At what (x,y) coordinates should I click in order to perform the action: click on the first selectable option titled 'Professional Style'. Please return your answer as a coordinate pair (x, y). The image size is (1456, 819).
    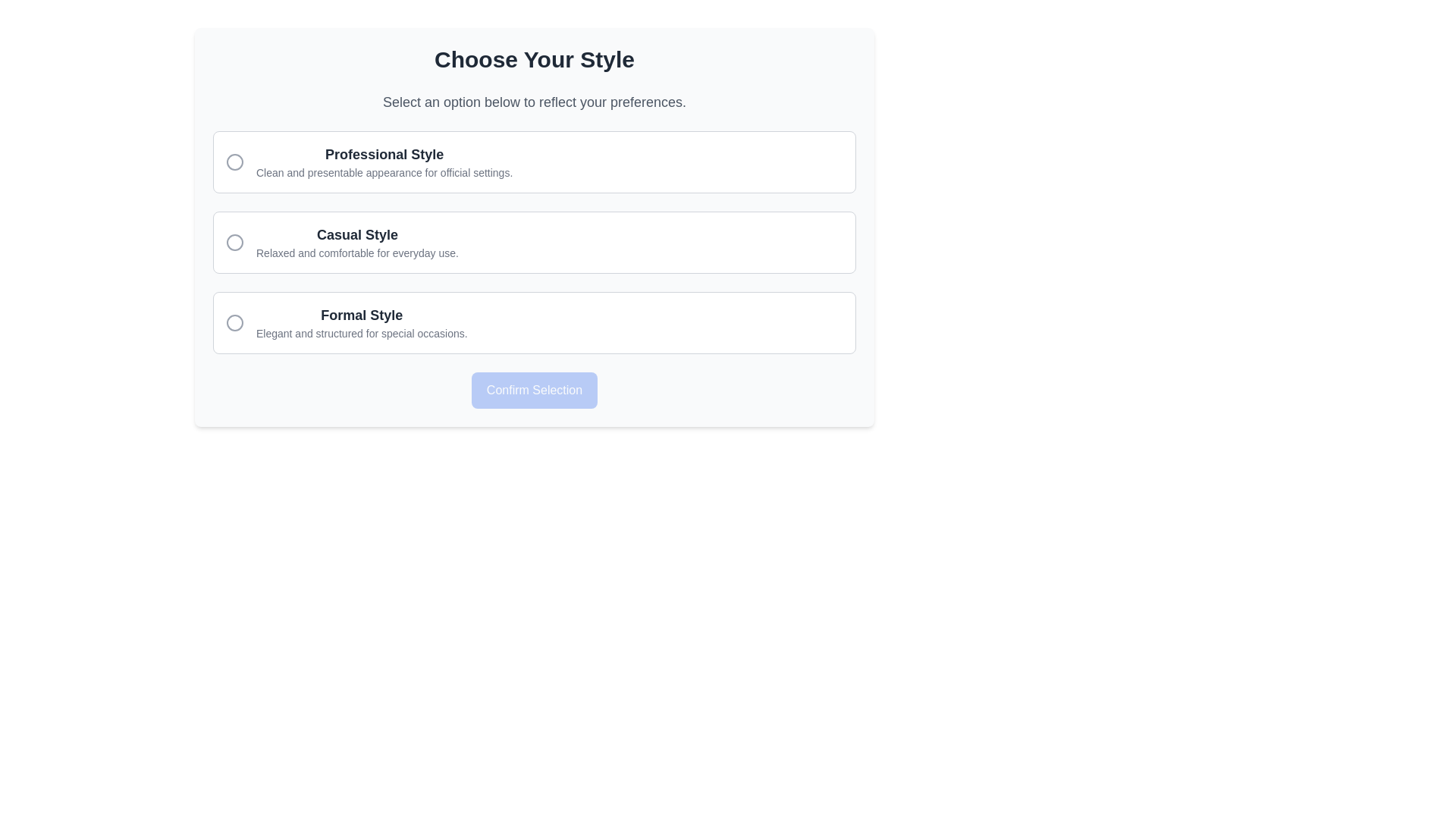
    Looking at the image, I should click on (535, 162).